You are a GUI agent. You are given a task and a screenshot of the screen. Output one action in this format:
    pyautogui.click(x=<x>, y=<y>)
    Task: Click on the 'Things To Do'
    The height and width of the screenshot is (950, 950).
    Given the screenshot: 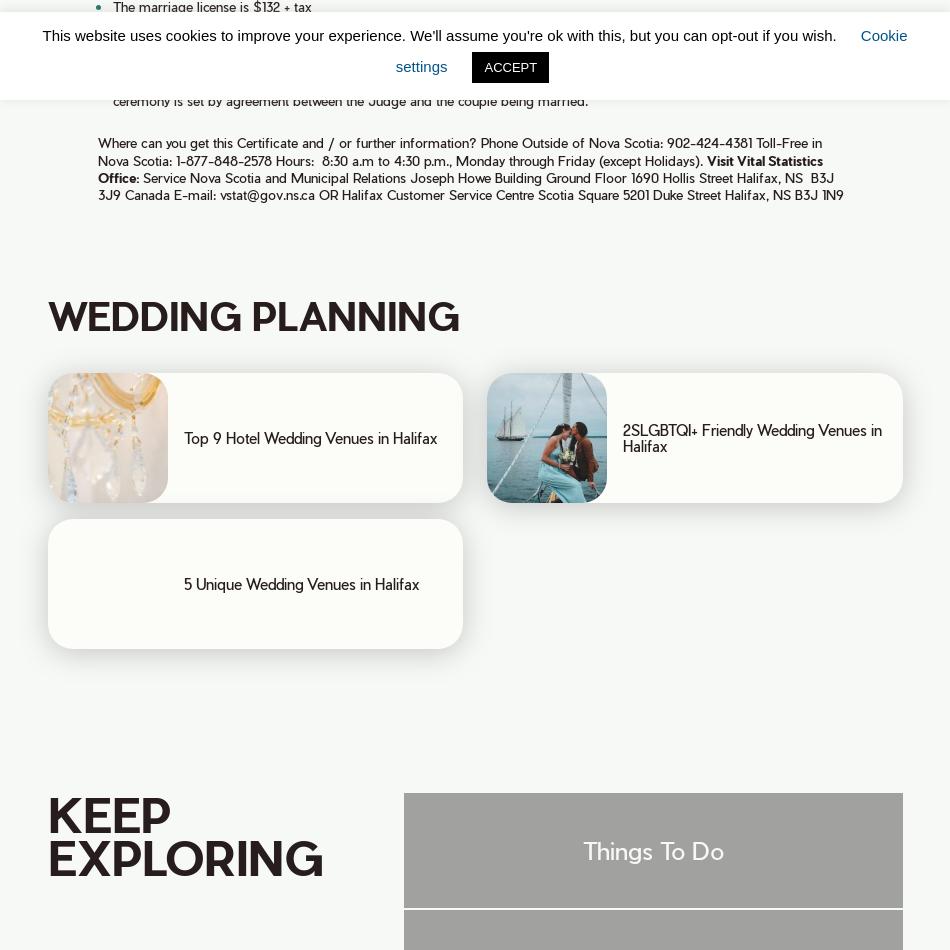 What is the action you would take?
    pyautogui.click(x=652, y=848)
    